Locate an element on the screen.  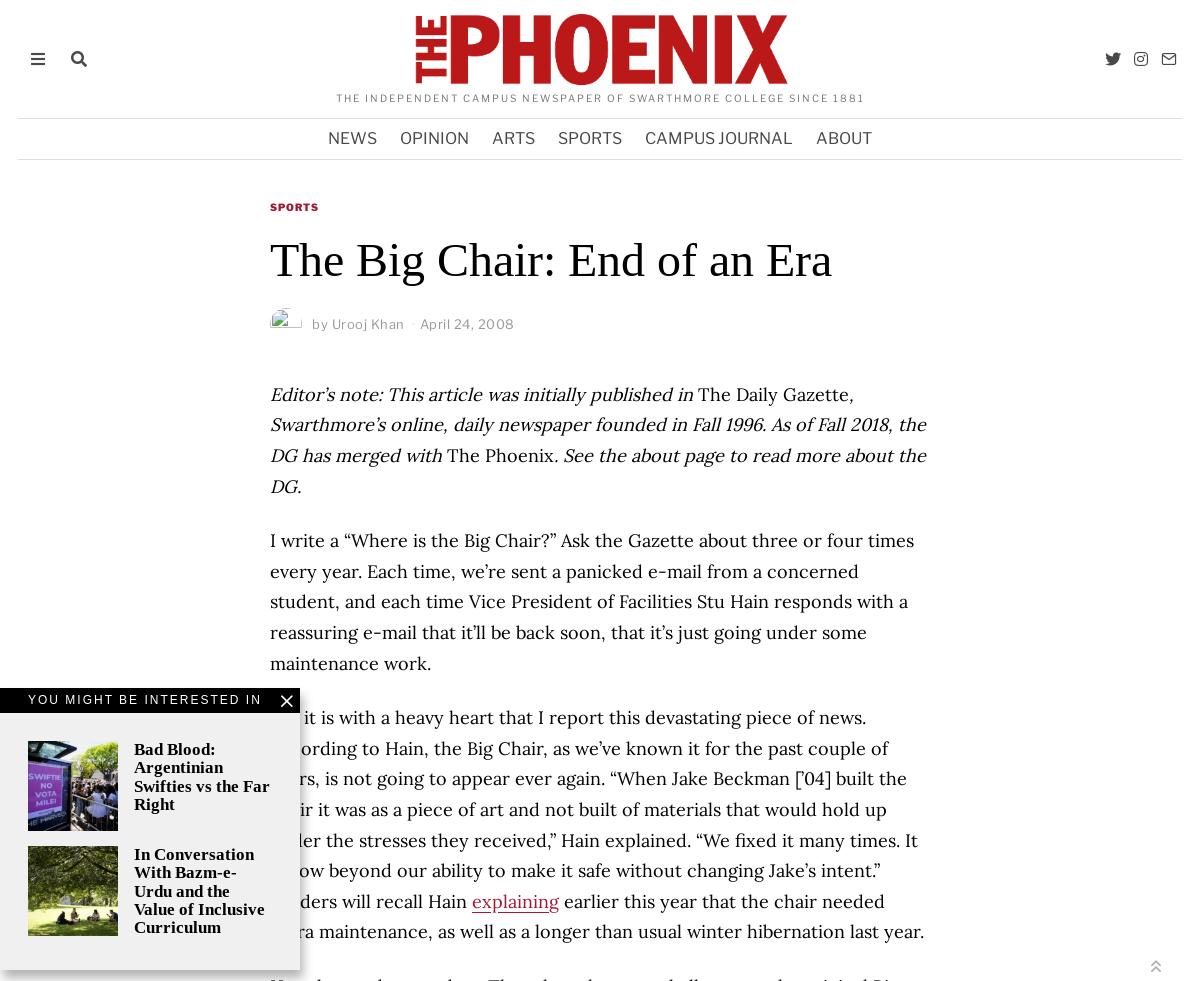
'Suggestions' is located at coordinates (248, 542).